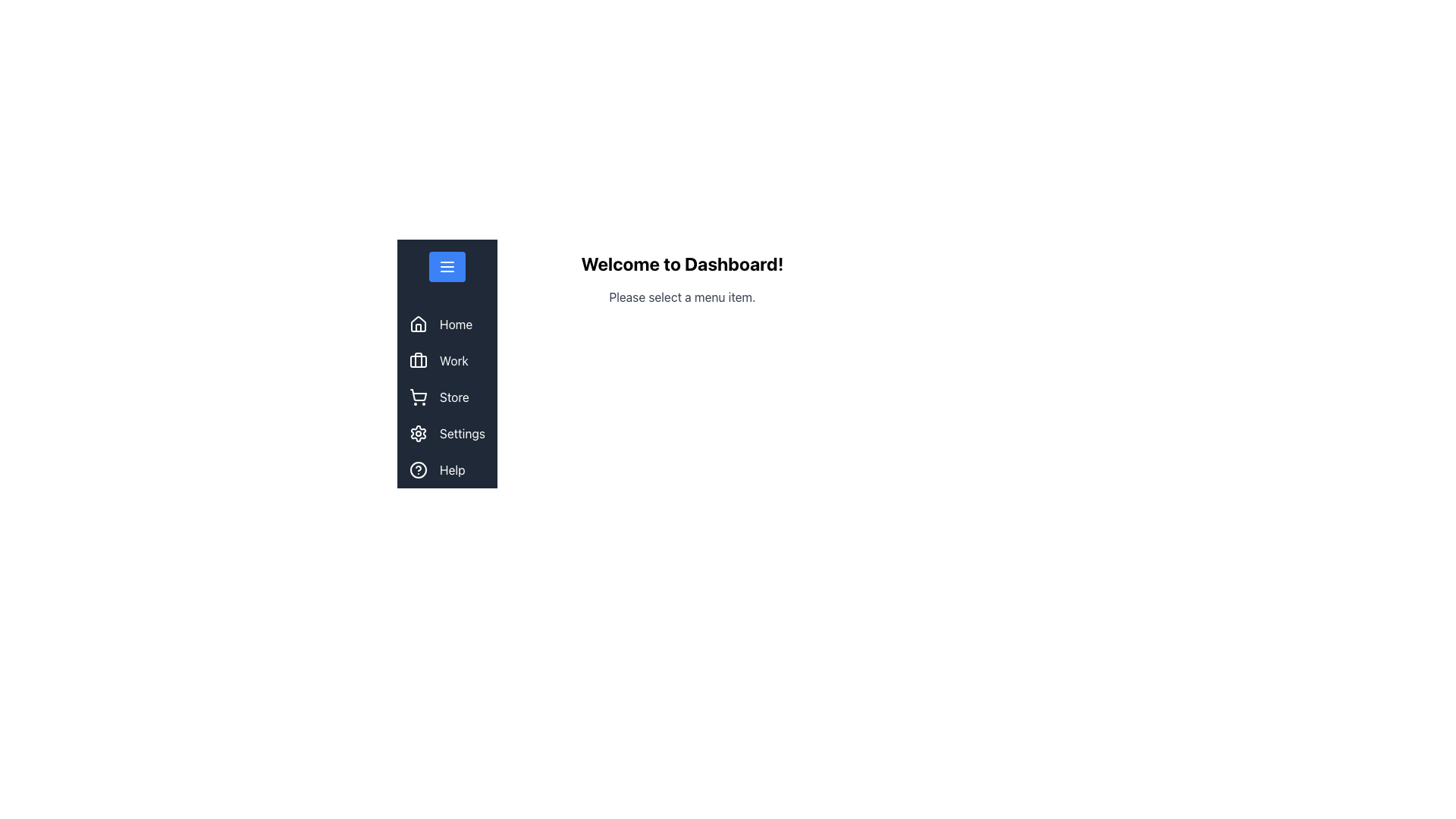 The width and height of the screenshot is (1456, 819). Describe the element at coordinates (447, 397) in the screenshot. I see `the 'Store' option in the vertical navigation menu for keyboard navigation` at that location.